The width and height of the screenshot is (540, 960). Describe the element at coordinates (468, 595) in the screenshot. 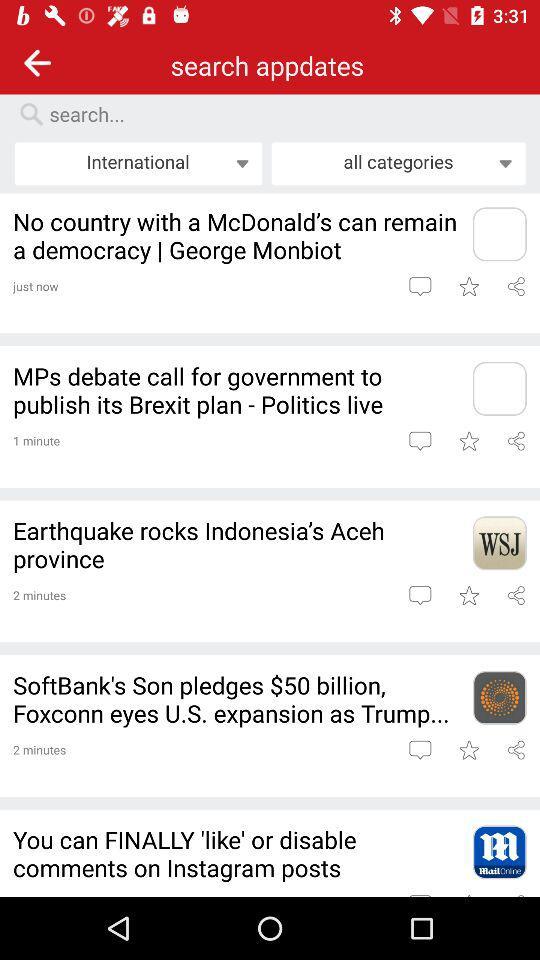

I see `save` at that location.